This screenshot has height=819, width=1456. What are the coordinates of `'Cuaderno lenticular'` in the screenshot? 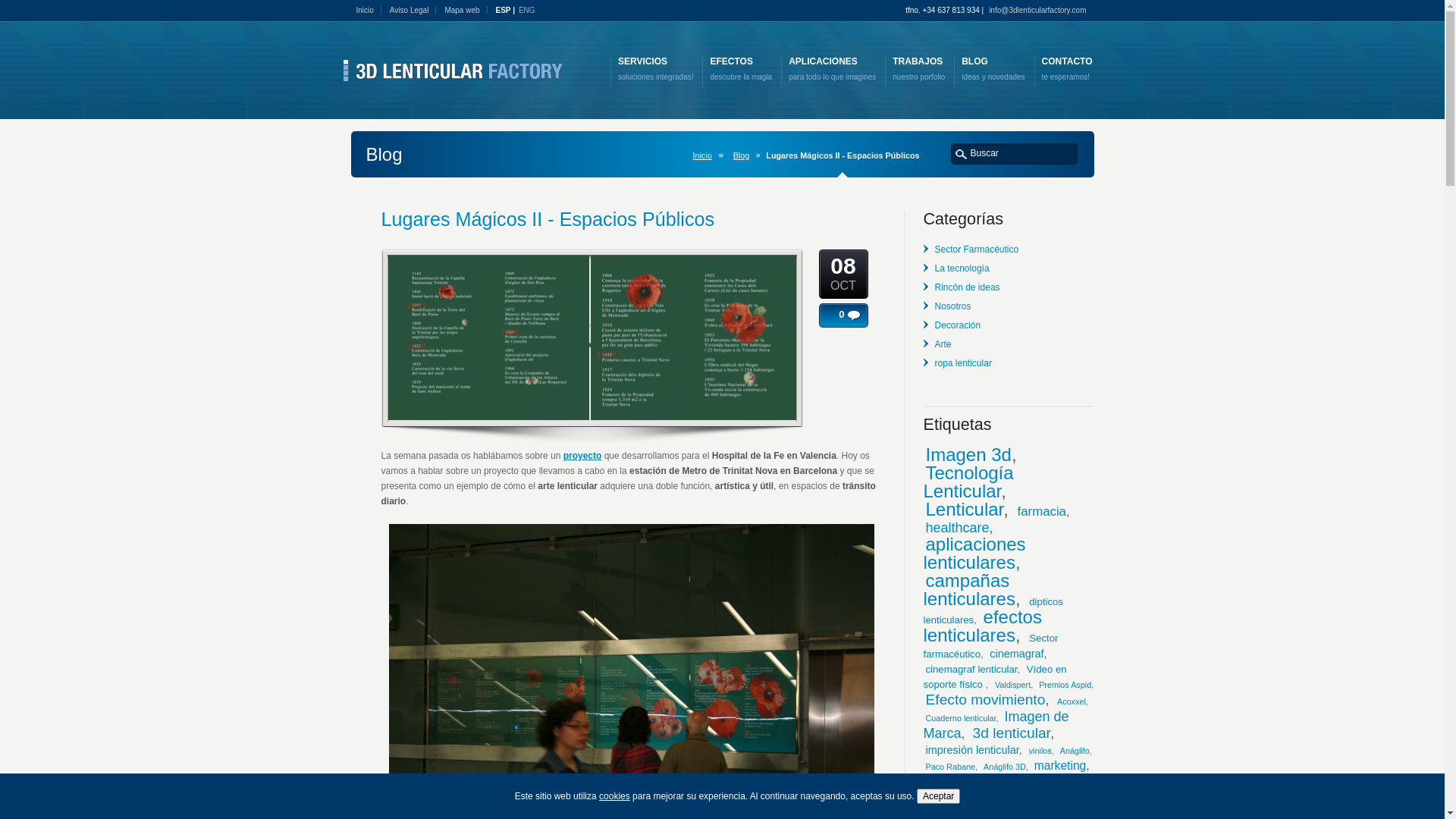 It's located at (959, 717).